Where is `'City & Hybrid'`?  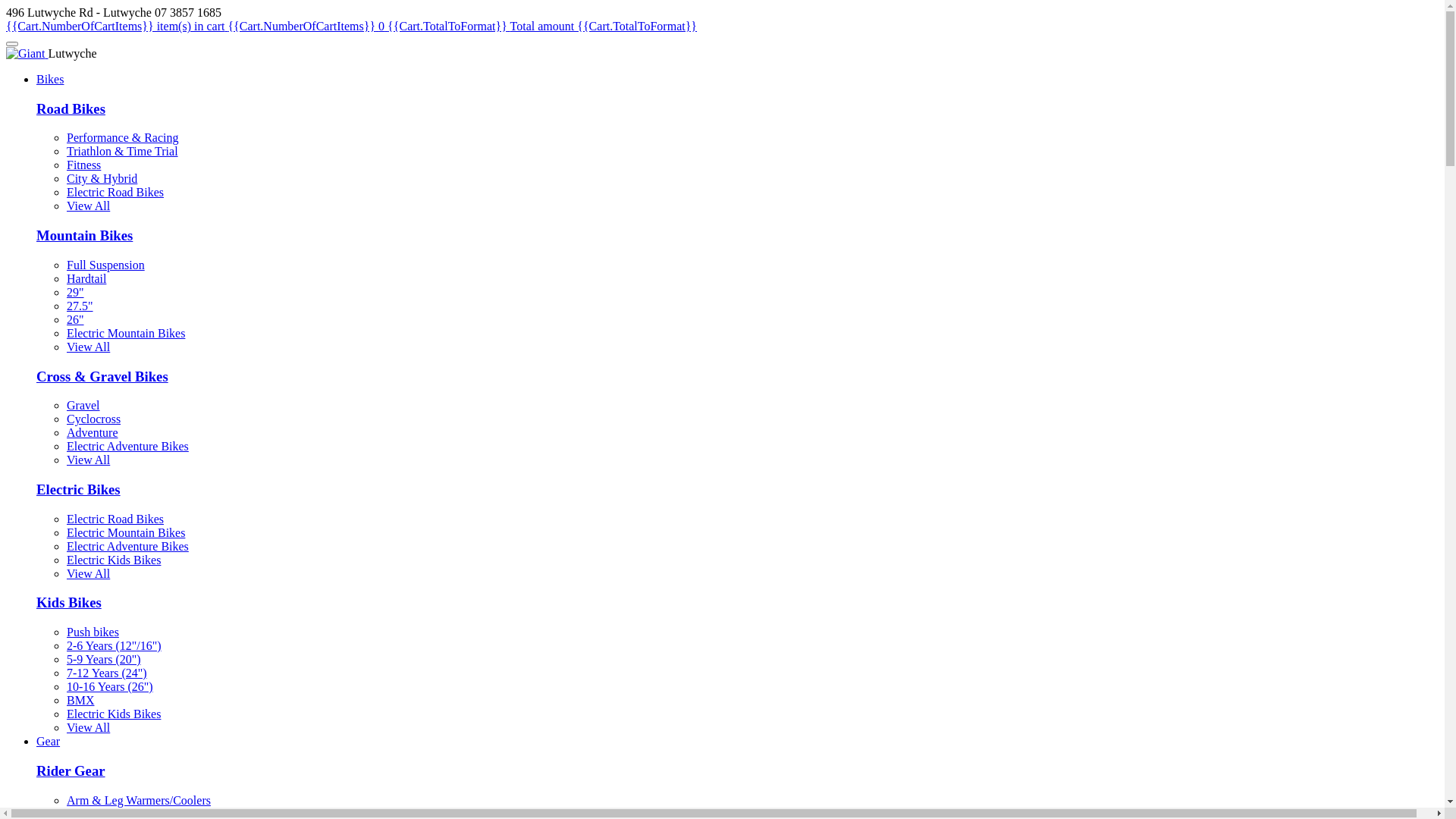
'City & Hybrid' is located at coordinates (101, 177).